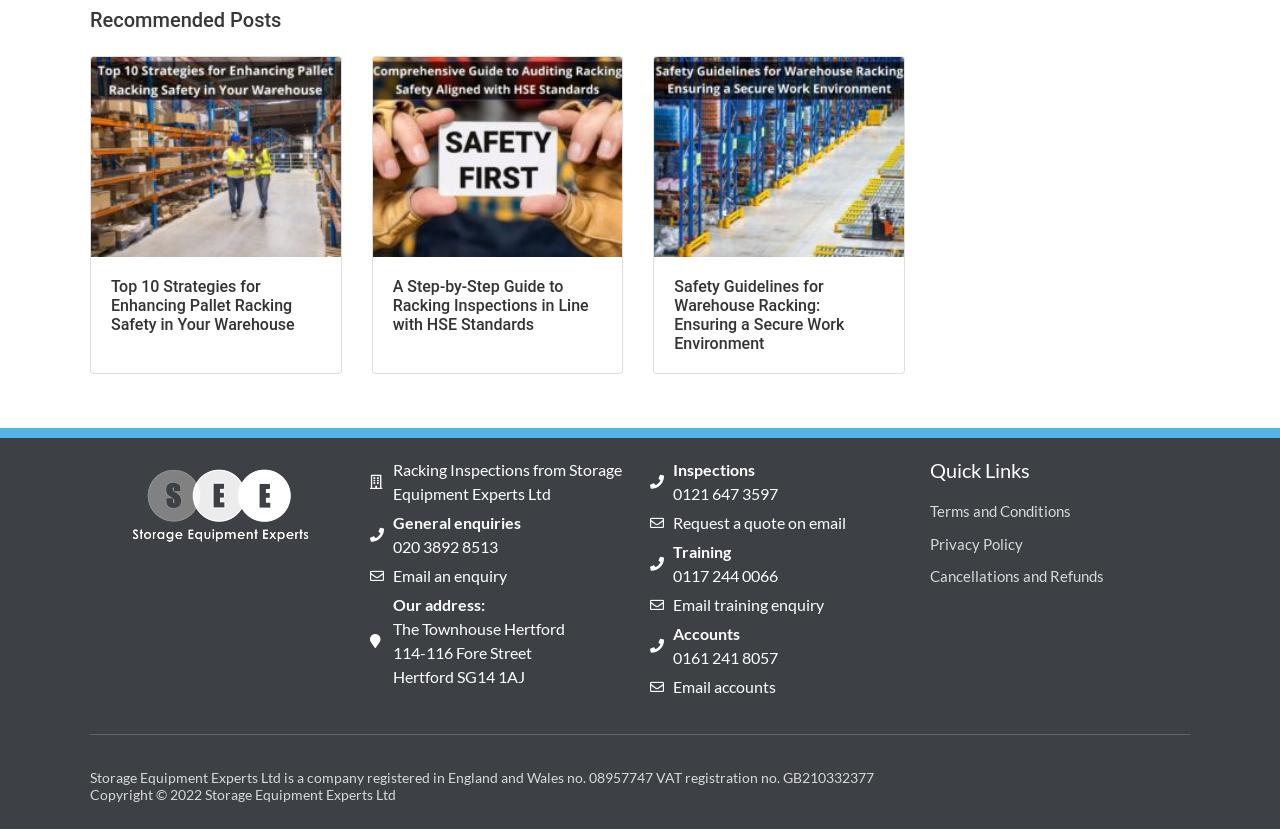 The image size is (1280, 829). What do you see at coordinates (88, 18) in the screenshot?
I see `'Recommended Posts'` at bounding box center [88, 18].